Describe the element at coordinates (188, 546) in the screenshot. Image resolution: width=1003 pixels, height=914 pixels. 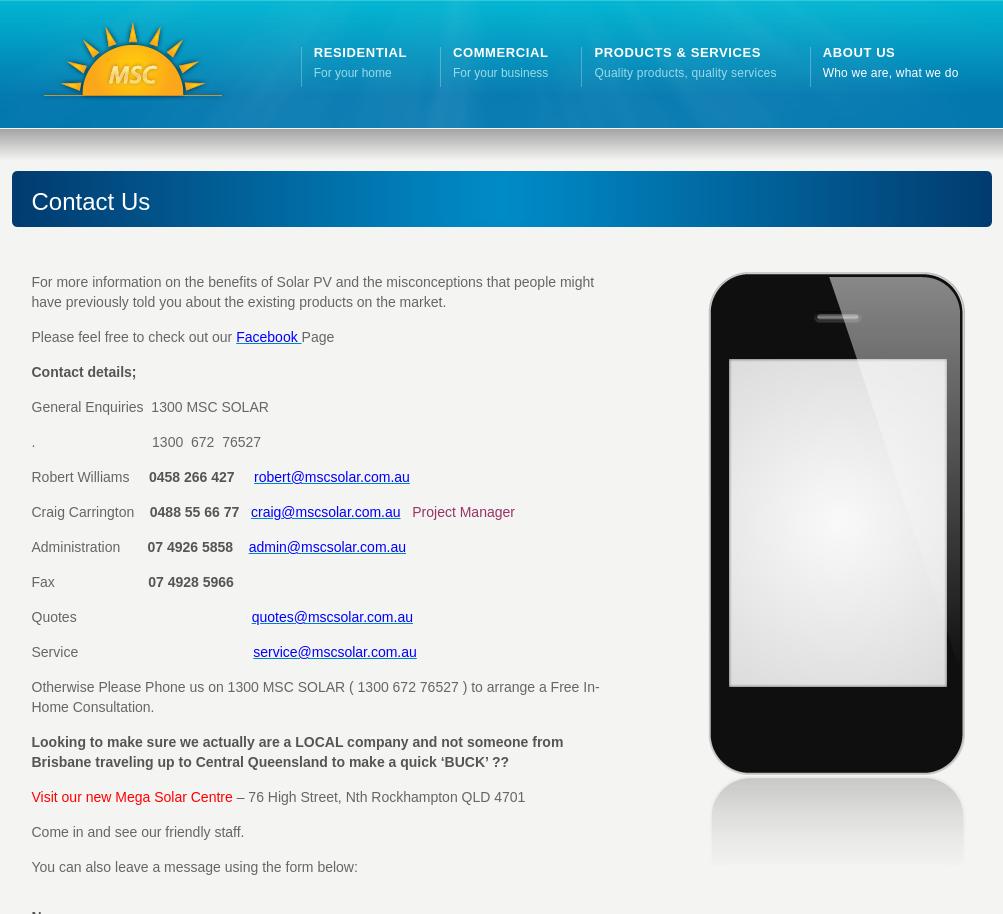
I see `'07 4926 5858'` at that location.